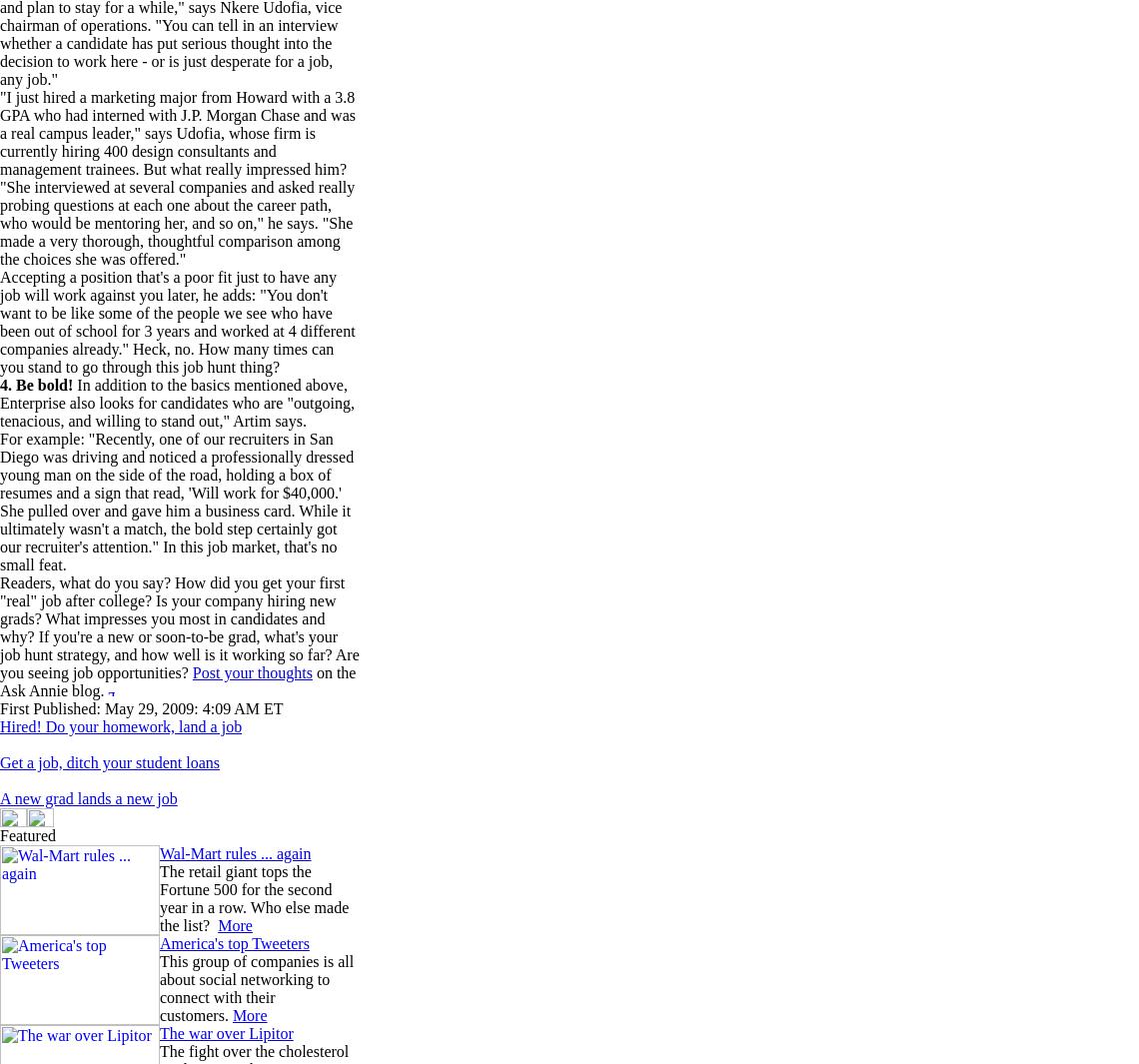 Image resolution: width=1139 pixels, height=1064 pixels. What do you see at coordinates (140, 708) in the screenshot?
I see `'First Published: May 29, 2009: 4:09 AM ET'` at bounding box center [140, 708].